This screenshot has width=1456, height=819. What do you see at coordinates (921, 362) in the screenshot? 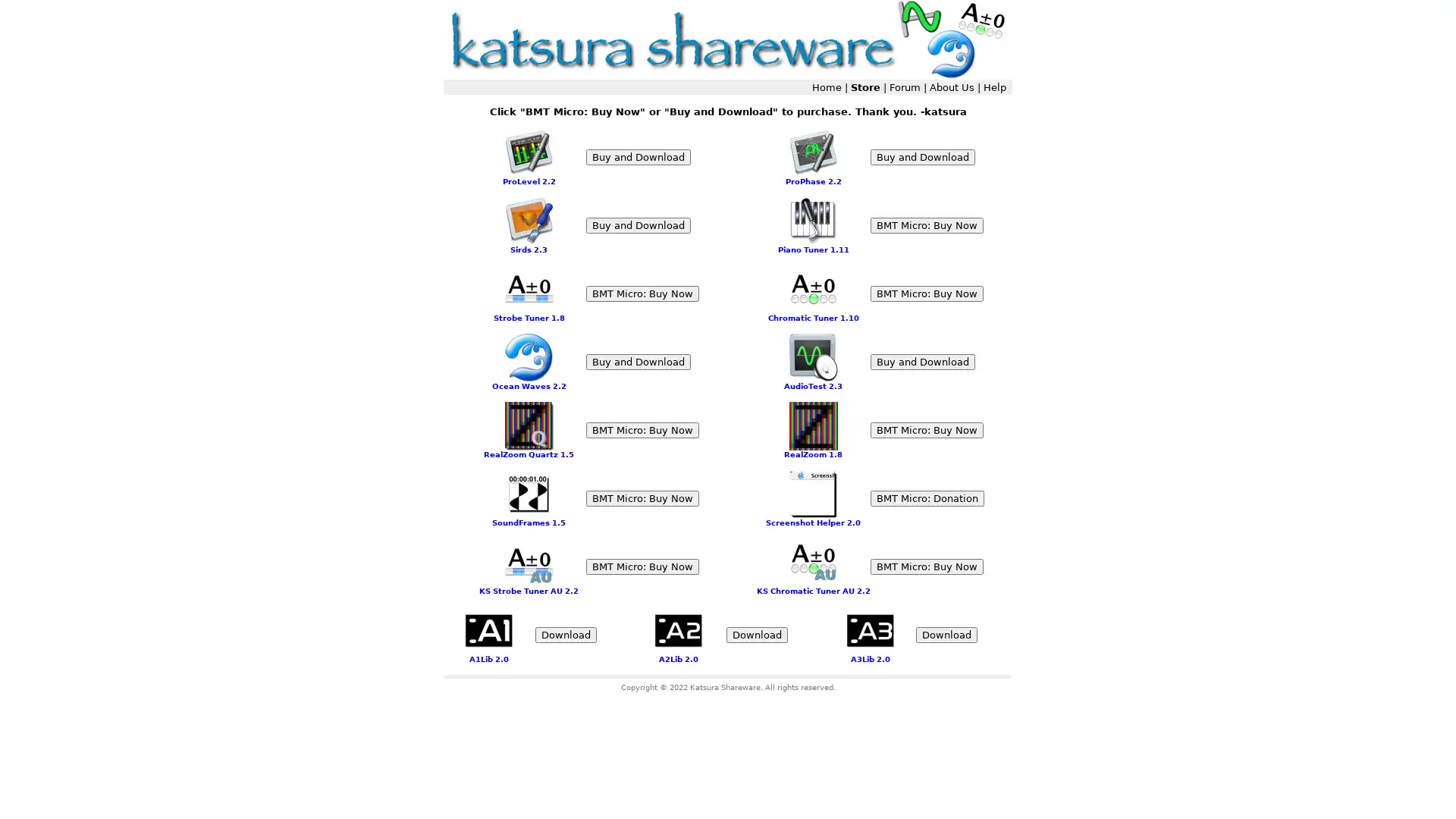
I see `Buy and Download` at bounding box center [921, 362].